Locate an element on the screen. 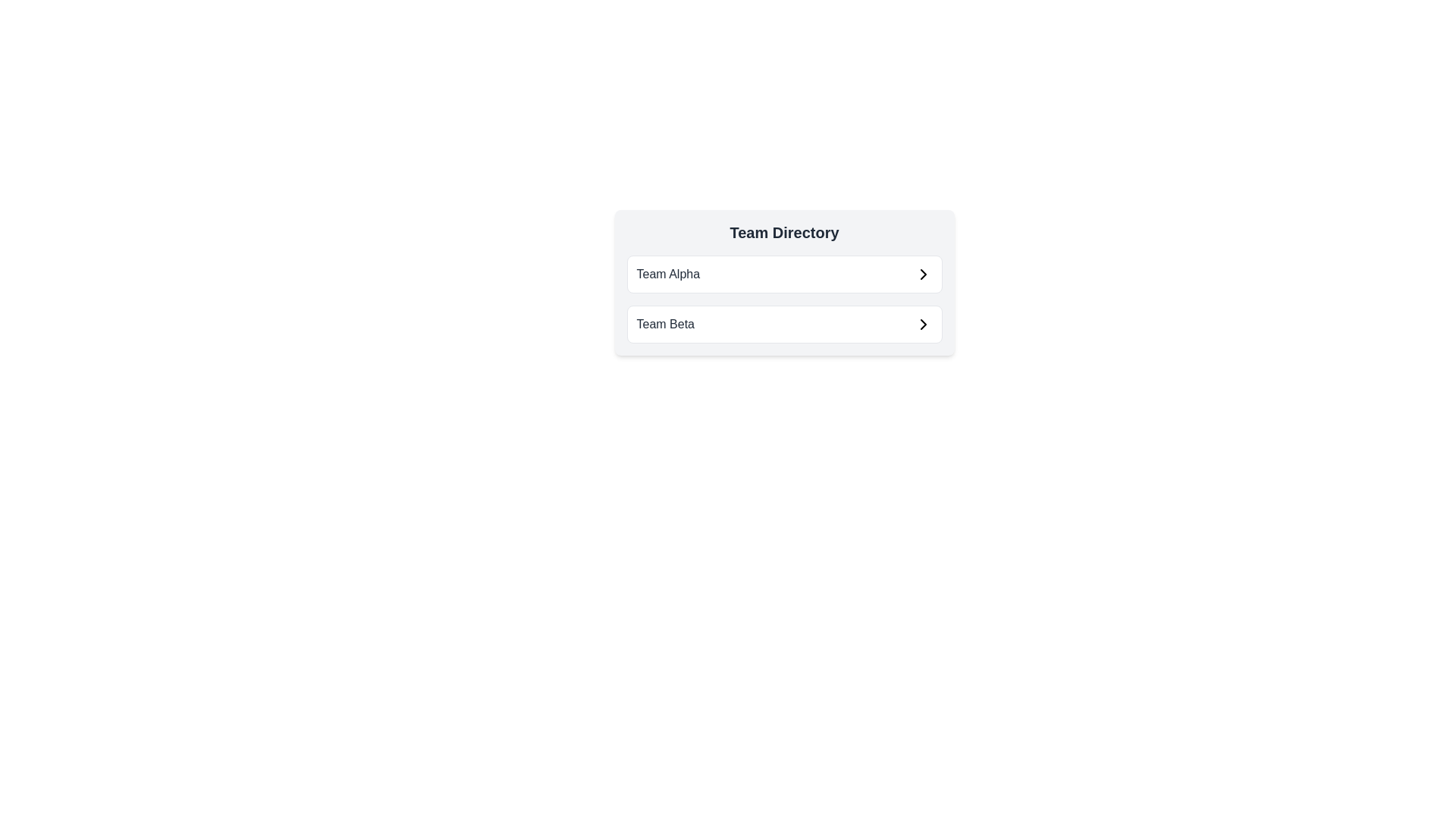  the right-facing chevron icon located beside the text 'Team Beta' in the 'Team Directory' card is located at coordinates (922, 324).